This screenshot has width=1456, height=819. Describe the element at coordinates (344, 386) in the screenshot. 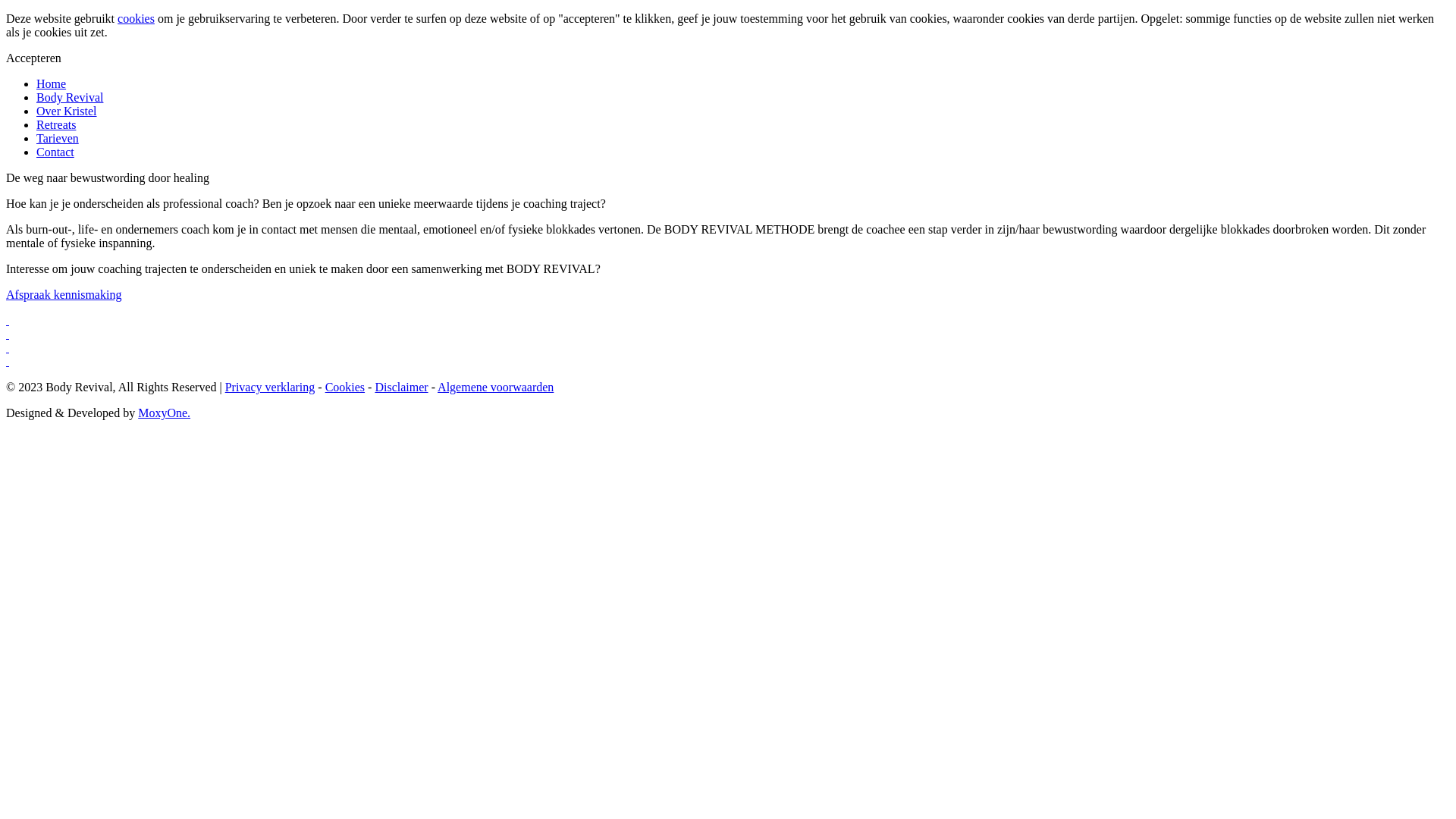

I see `'Cookies'` at that location.